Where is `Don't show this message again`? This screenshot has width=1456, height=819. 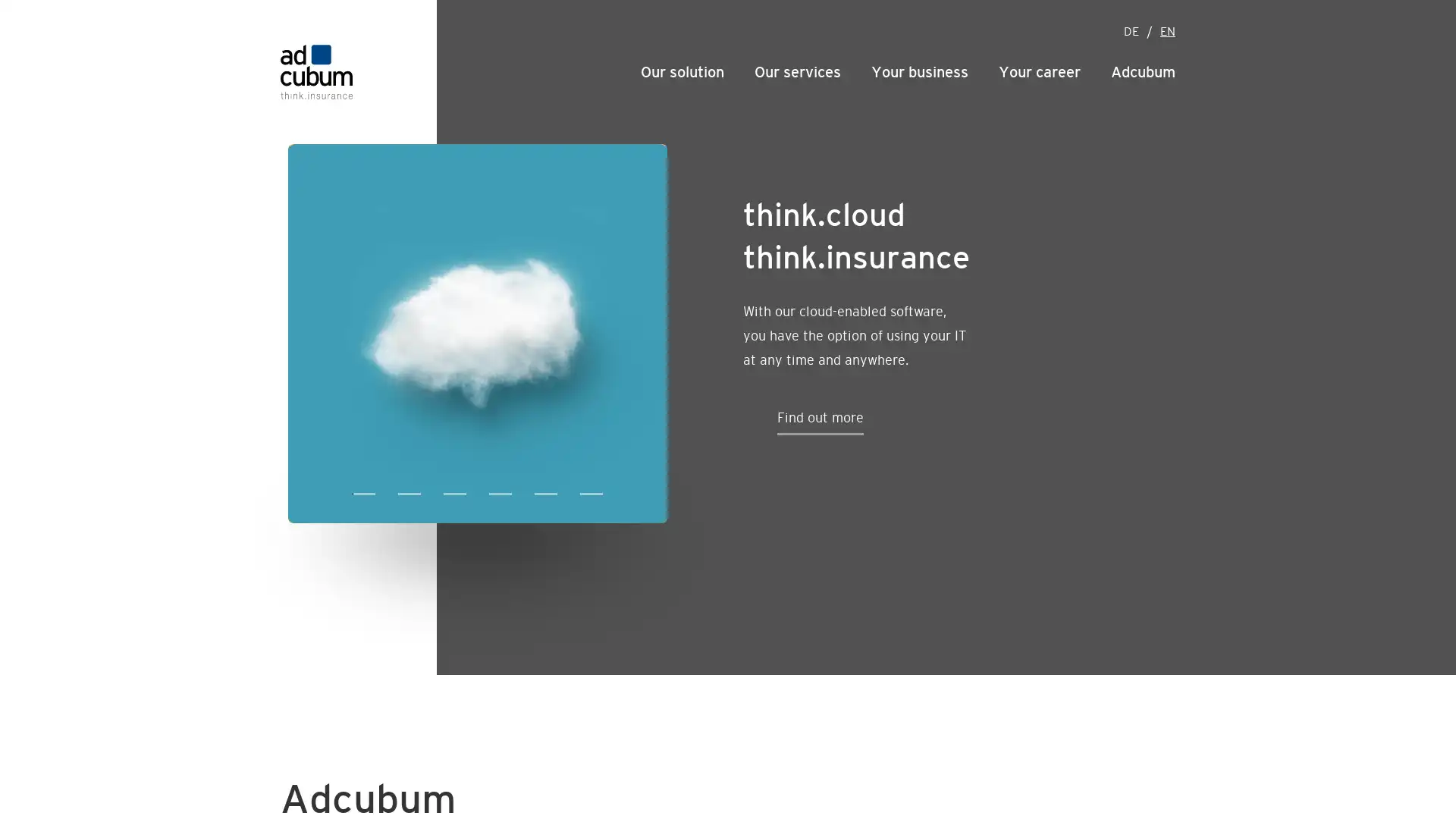
Don't show this message again is located at coordinates (846, 11).